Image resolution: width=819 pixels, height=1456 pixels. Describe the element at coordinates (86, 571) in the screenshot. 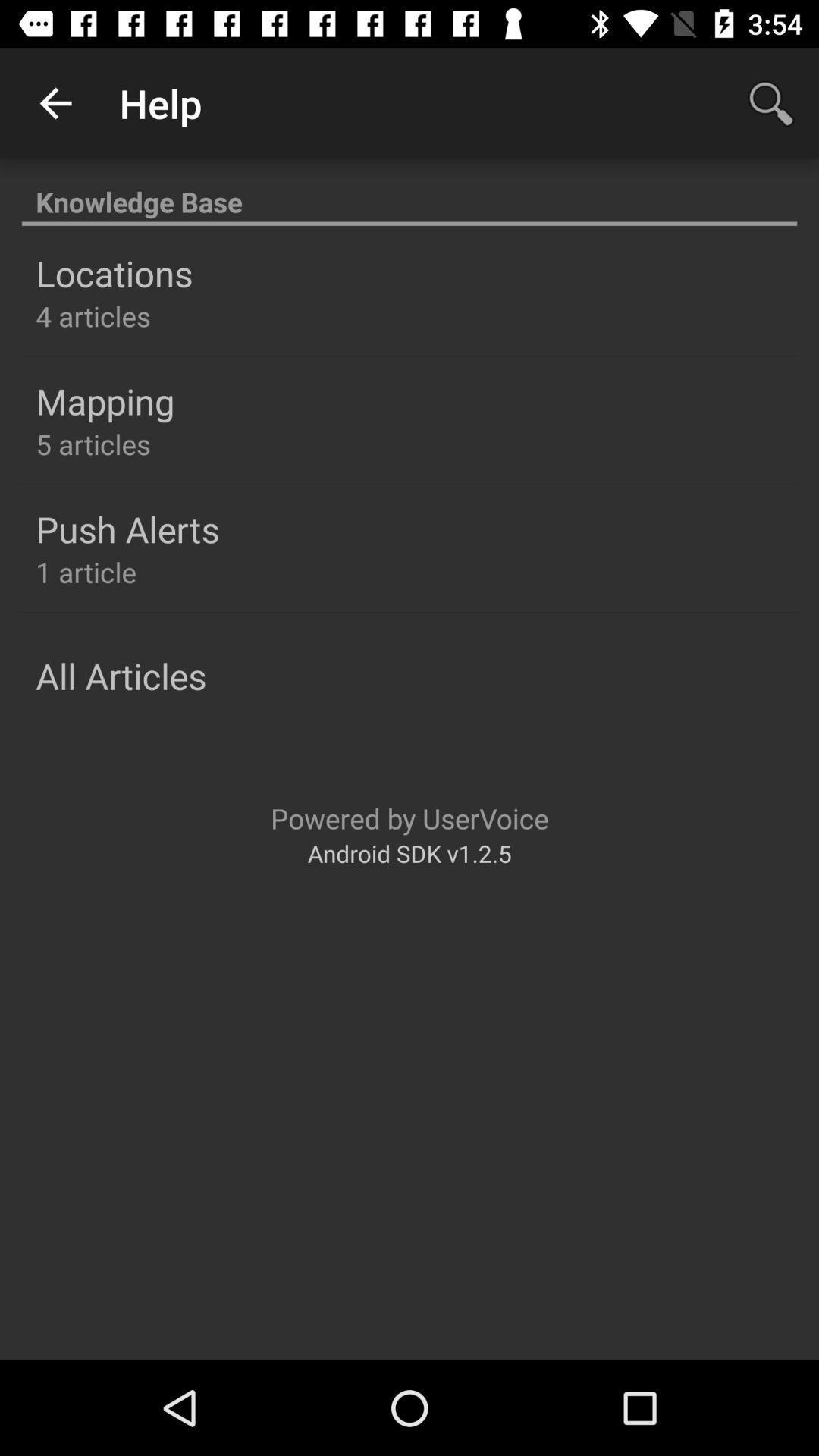

I see `the item below push alerts item` at that location.